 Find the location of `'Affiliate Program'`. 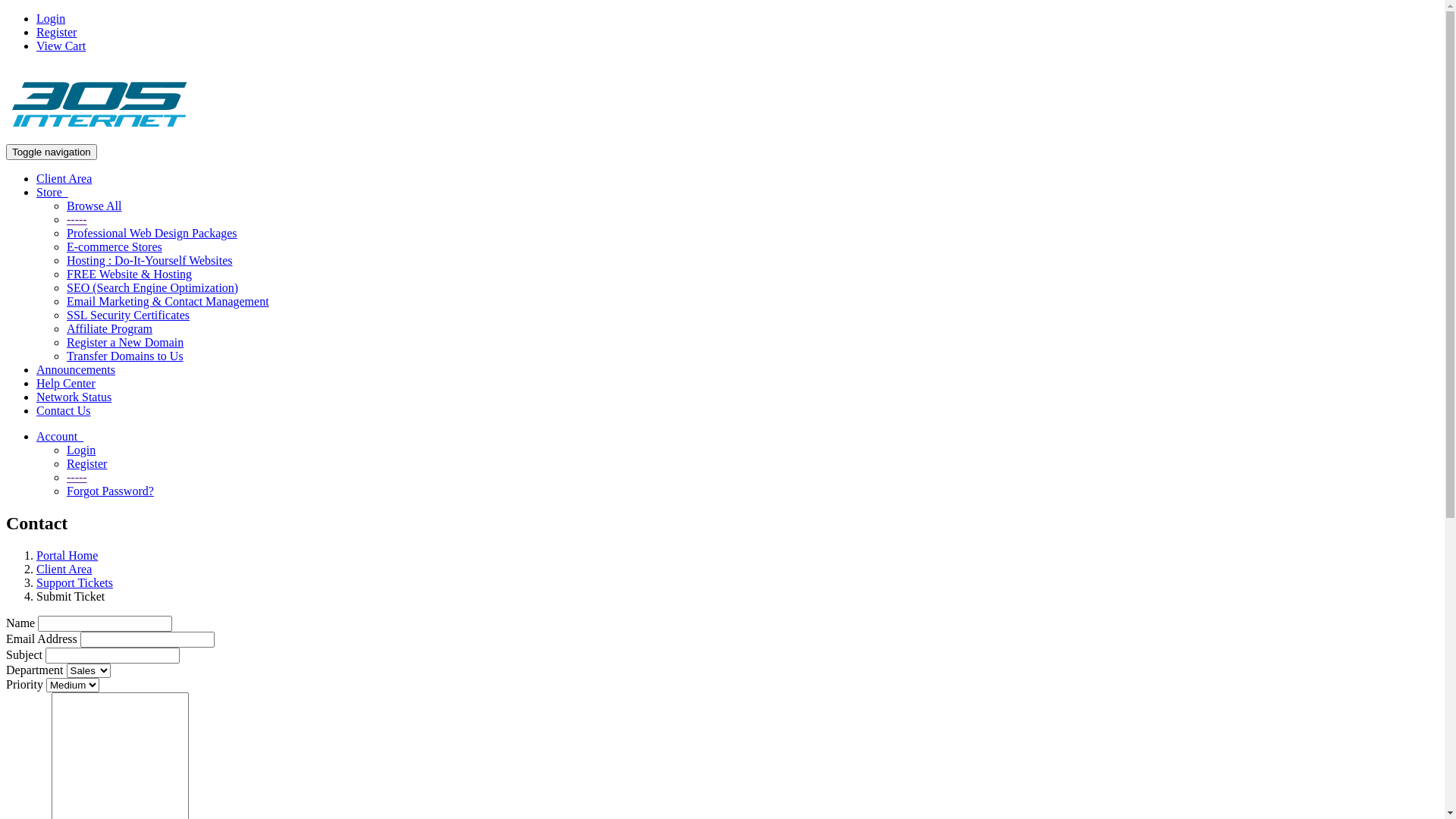

'Affiliate Program' is located at coordinates (65, 328).